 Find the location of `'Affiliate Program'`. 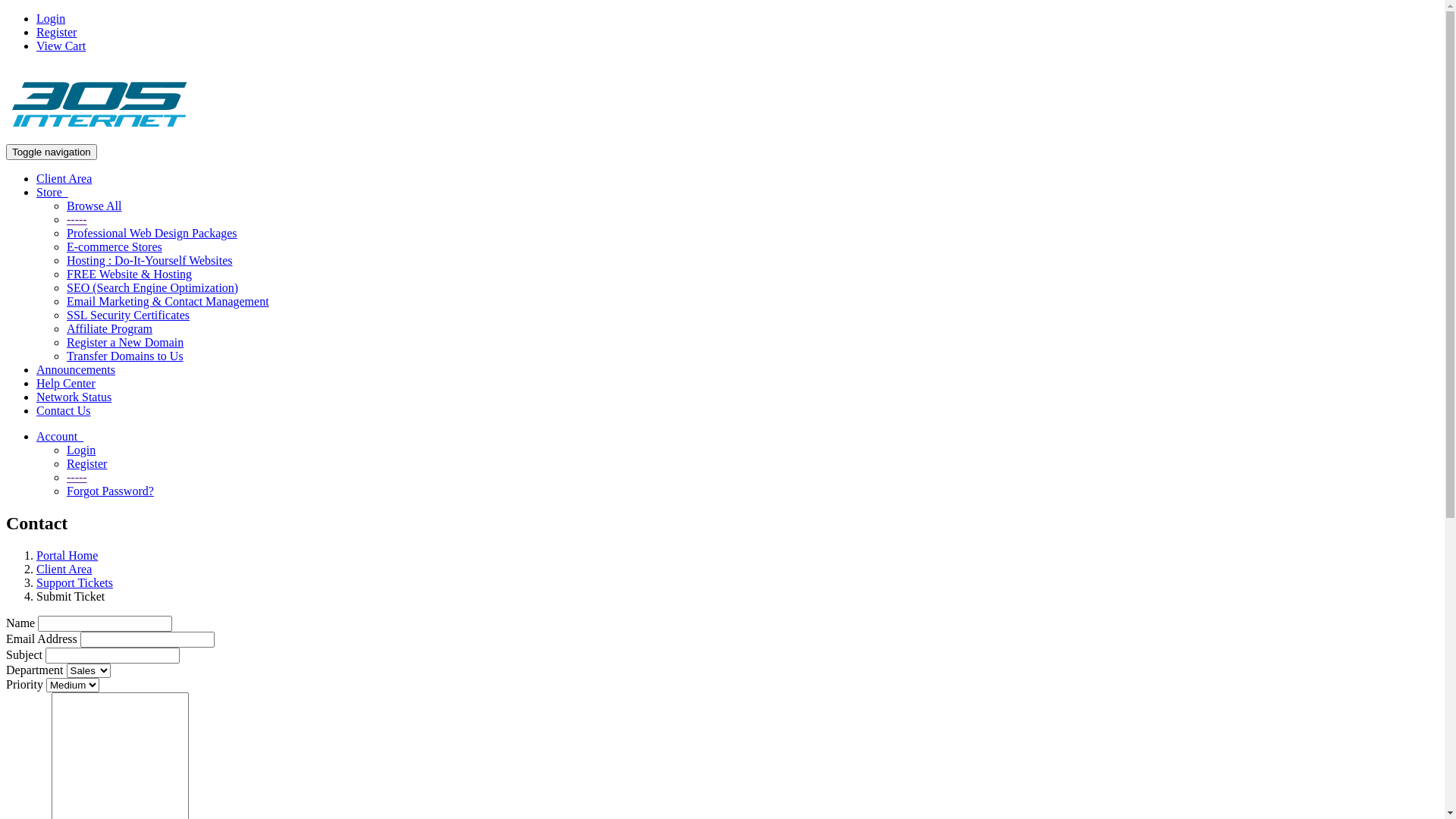

'Affiliate Program' is located at coordinates (65, 328).